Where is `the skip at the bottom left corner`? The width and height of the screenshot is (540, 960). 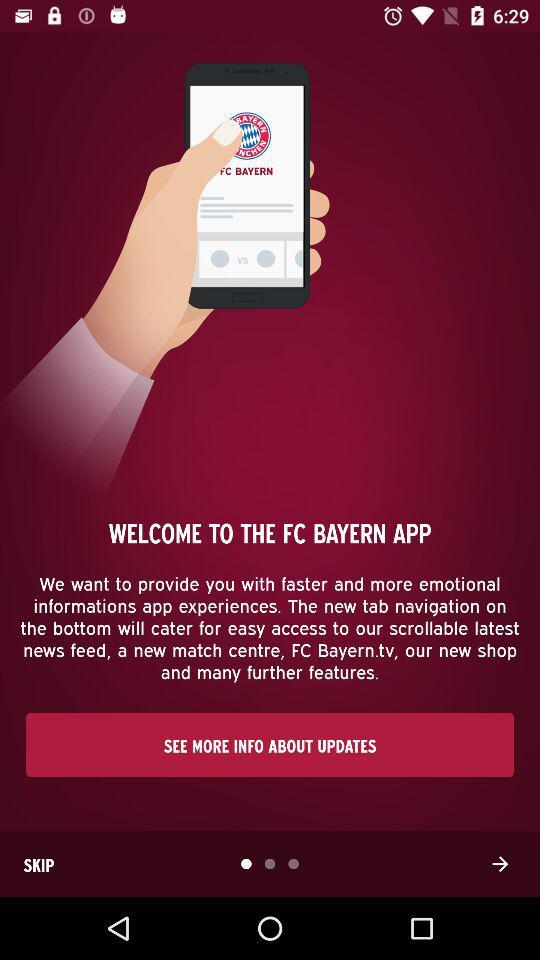
the skip at the bottom left corner is located at coordinates (38, 863).